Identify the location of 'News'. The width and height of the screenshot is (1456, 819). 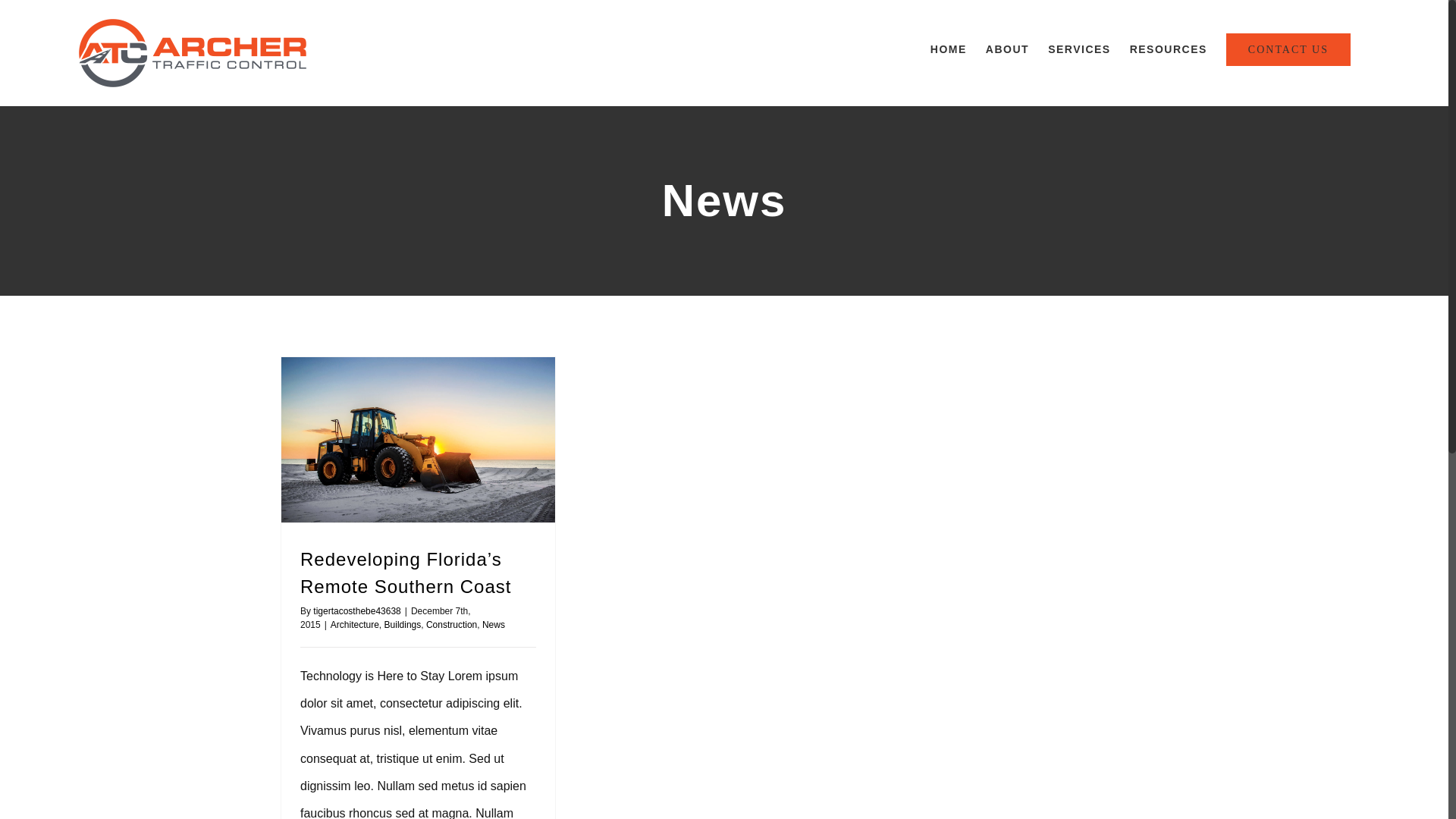
(494, 625).